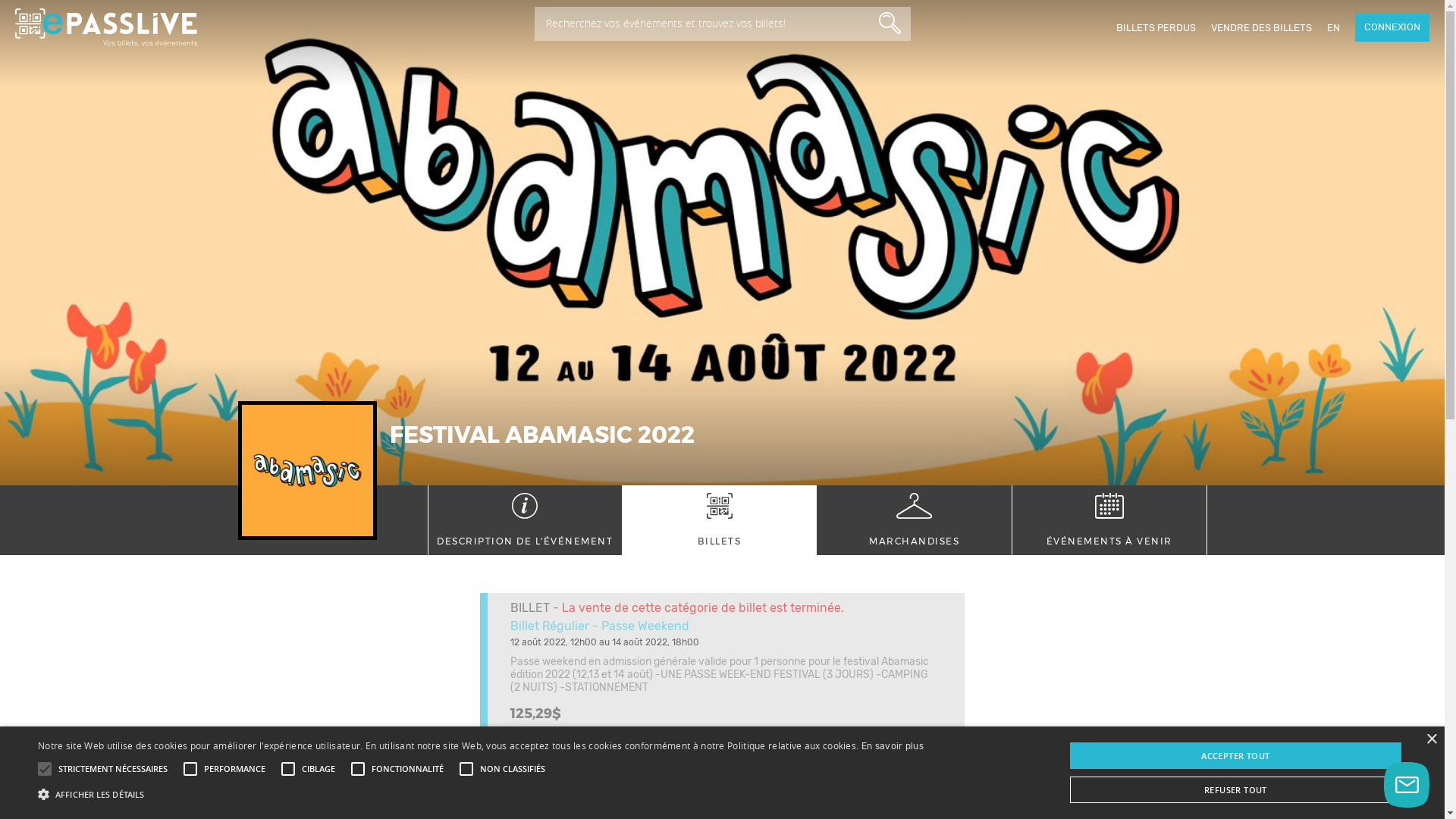 This screenshot has height=819, width=1456. What do you see at coordinates (1155, 27) in the screenshot?
I see `'BILLETS PERDUS'` at bounding box center [1155, 27].